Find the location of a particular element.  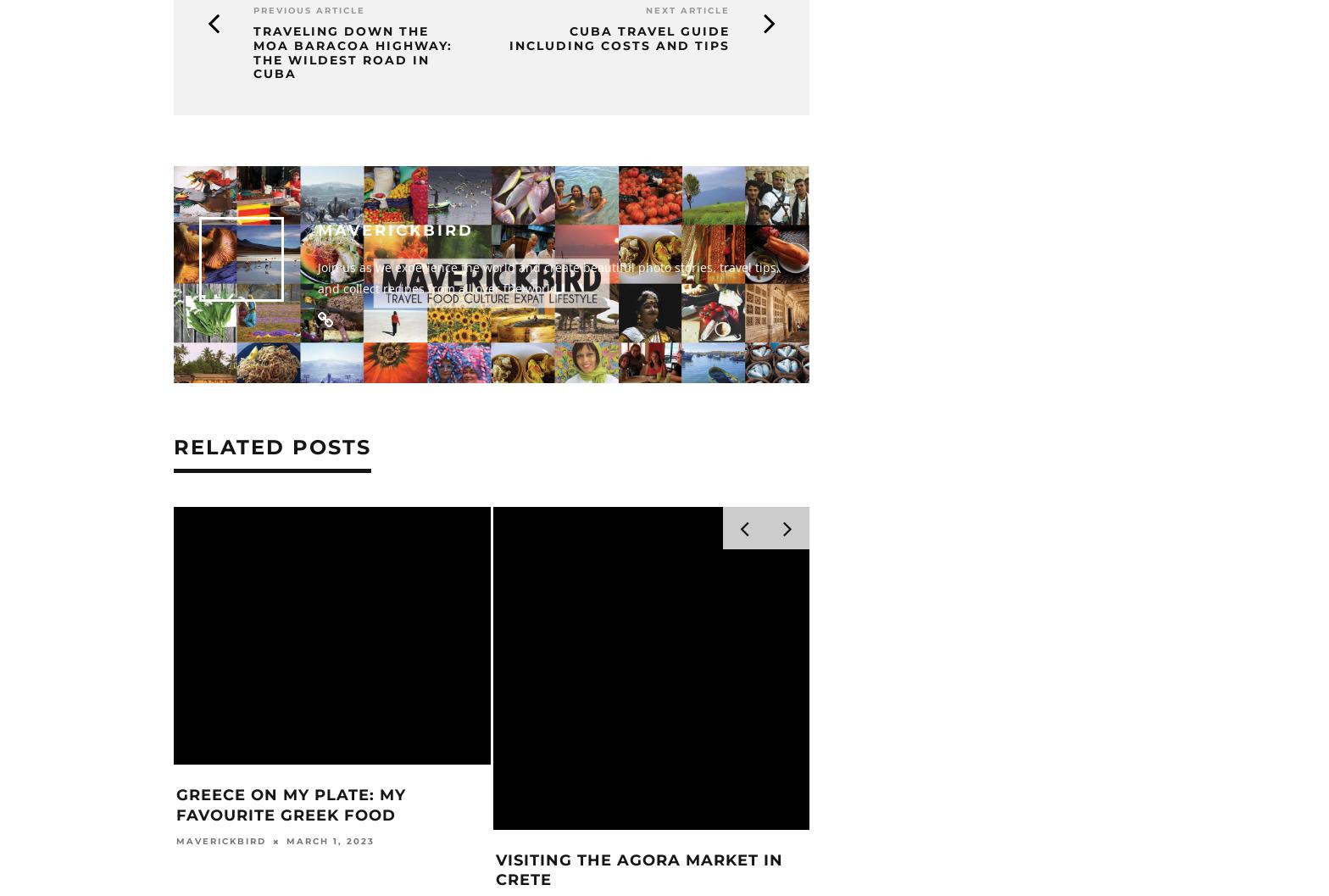

'Life on Srinagar lakes Instagrammed' is located at coordinates (599, 869).